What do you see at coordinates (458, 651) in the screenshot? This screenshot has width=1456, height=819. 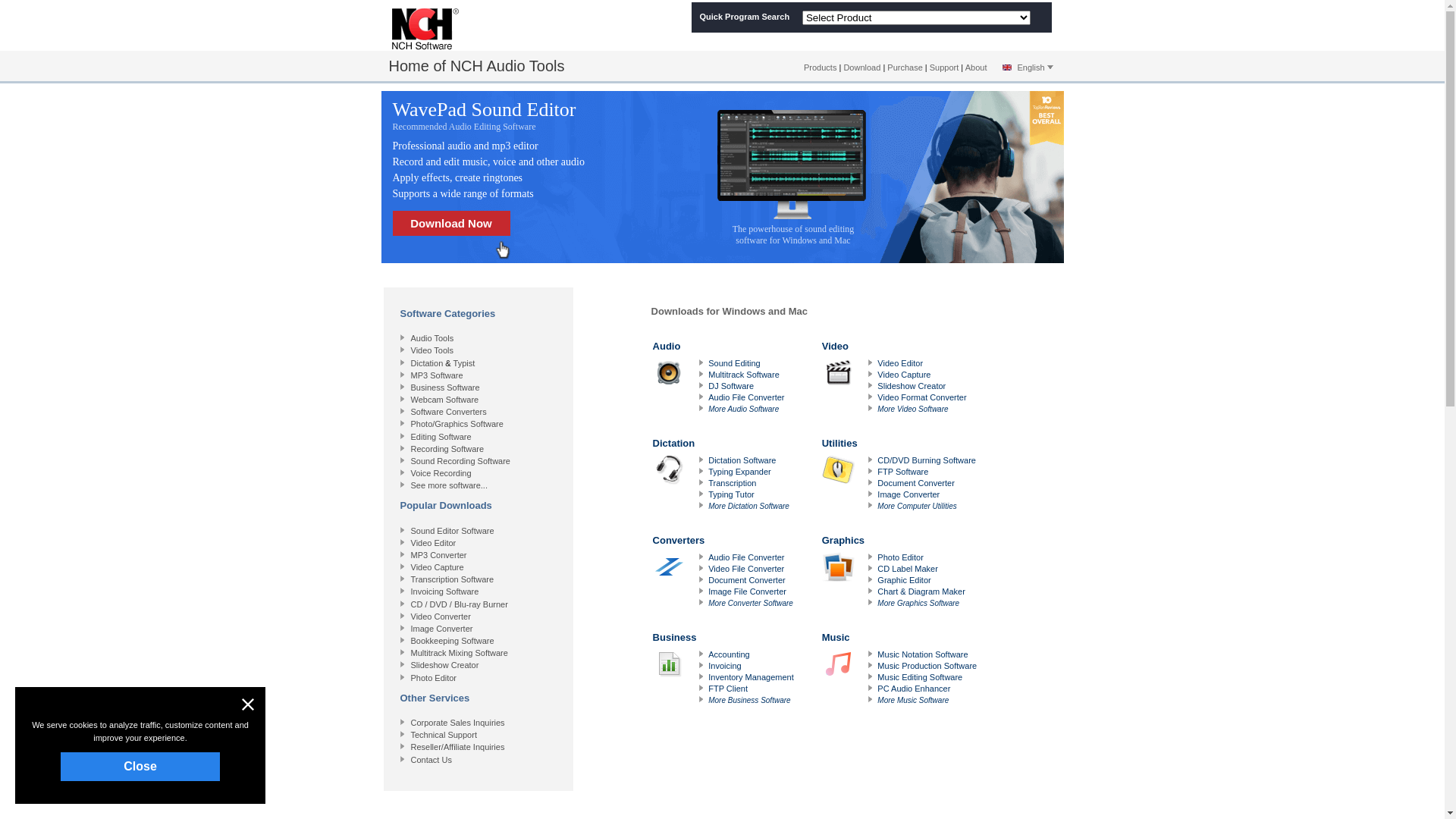 I see `'Multitrack Mixing Software'` at bounding box center [458, 651].